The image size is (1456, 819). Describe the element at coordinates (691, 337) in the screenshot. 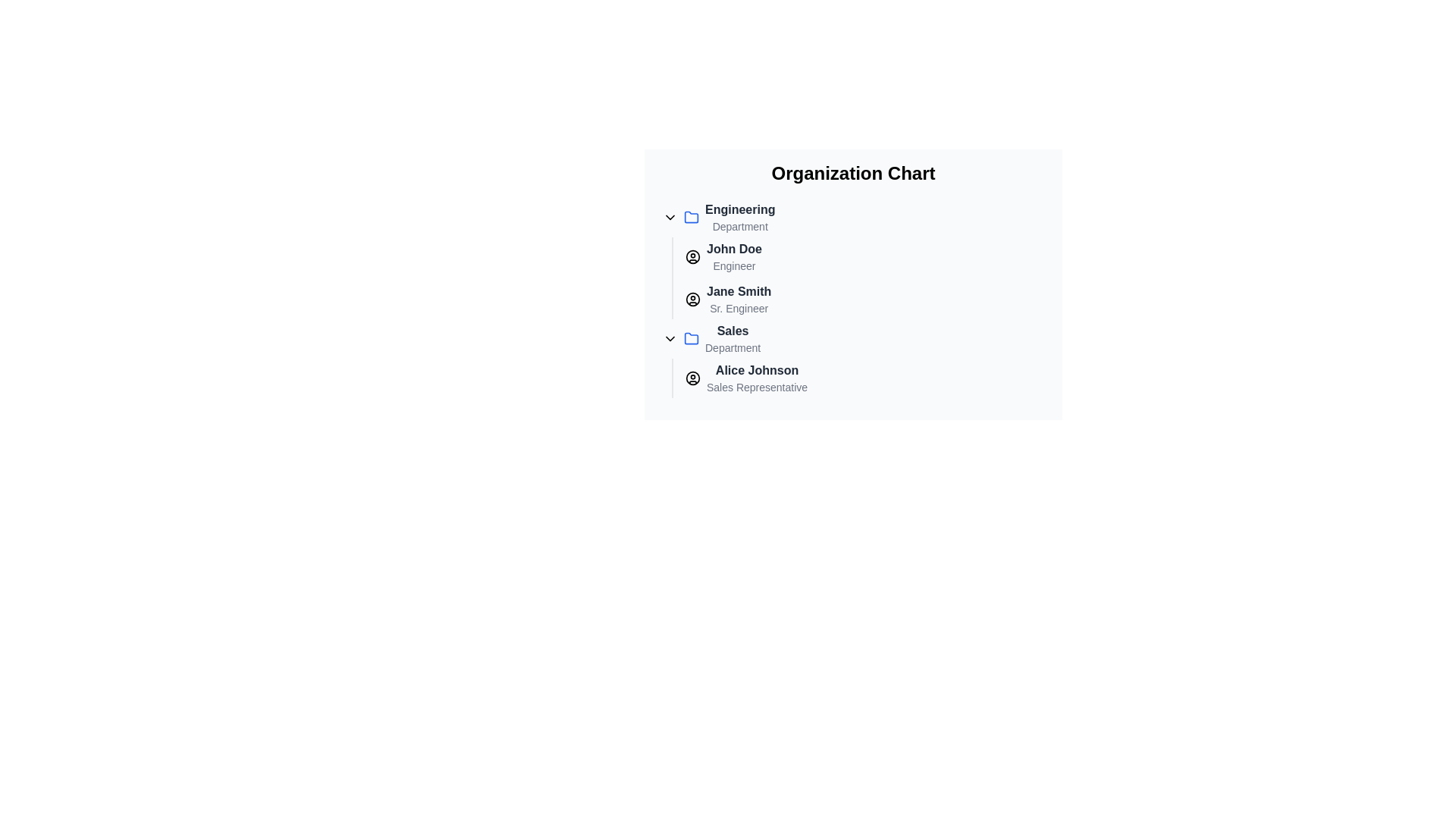

I see `the blue folder icon representing the Sales Department` at that location.